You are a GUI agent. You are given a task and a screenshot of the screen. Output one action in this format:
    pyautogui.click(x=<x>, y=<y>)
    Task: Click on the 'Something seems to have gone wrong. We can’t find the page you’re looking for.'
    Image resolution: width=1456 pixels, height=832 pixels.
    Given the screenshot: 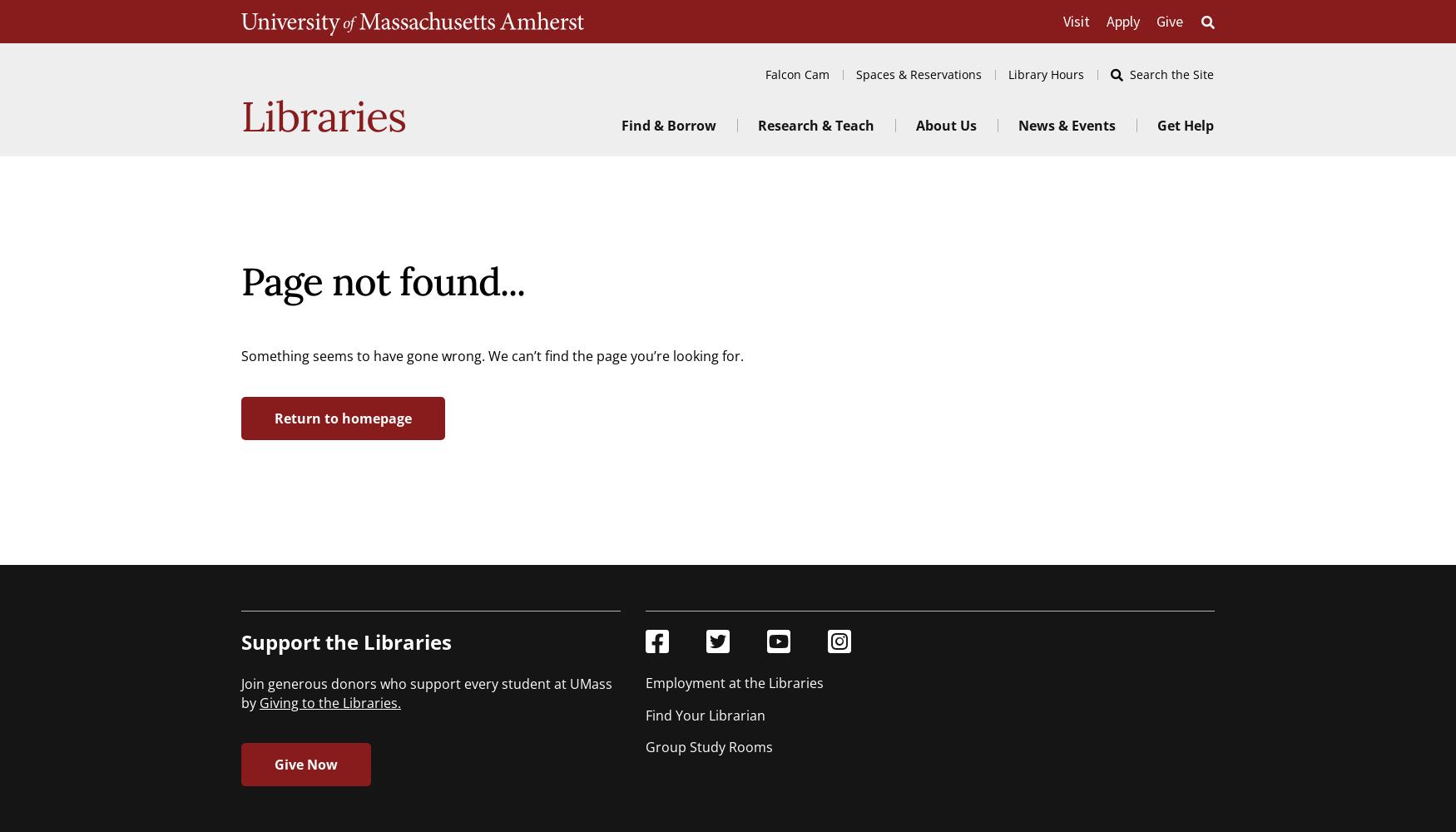 What is the action you would take?
    pyautogui.click(x=240, y=355)
    